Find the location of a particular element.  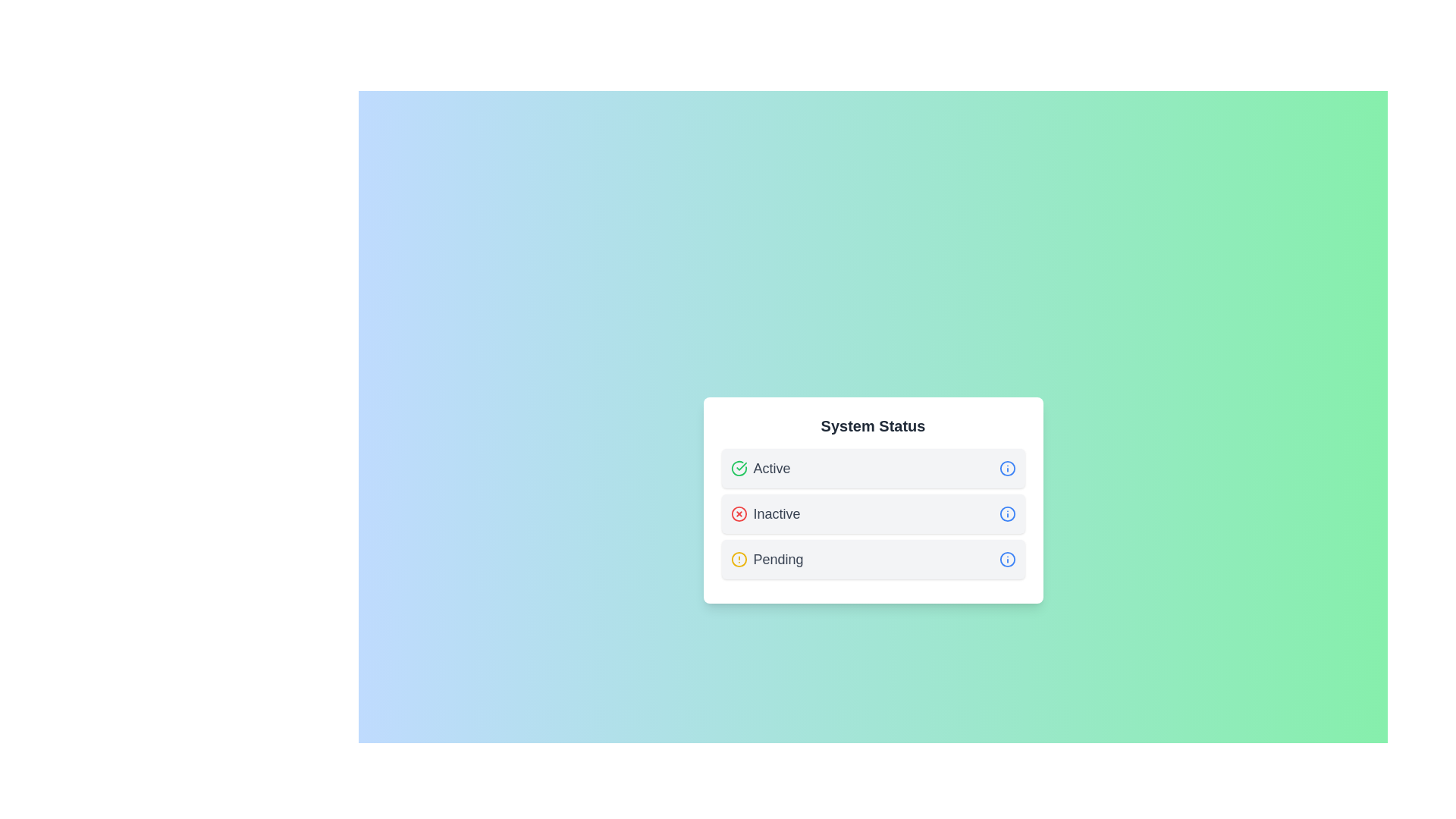

the status display element labeled 'Inactive', which features a red circular icon with an 'X' and a blue circular icon with an 'i' is located at coordinates (873, 513).